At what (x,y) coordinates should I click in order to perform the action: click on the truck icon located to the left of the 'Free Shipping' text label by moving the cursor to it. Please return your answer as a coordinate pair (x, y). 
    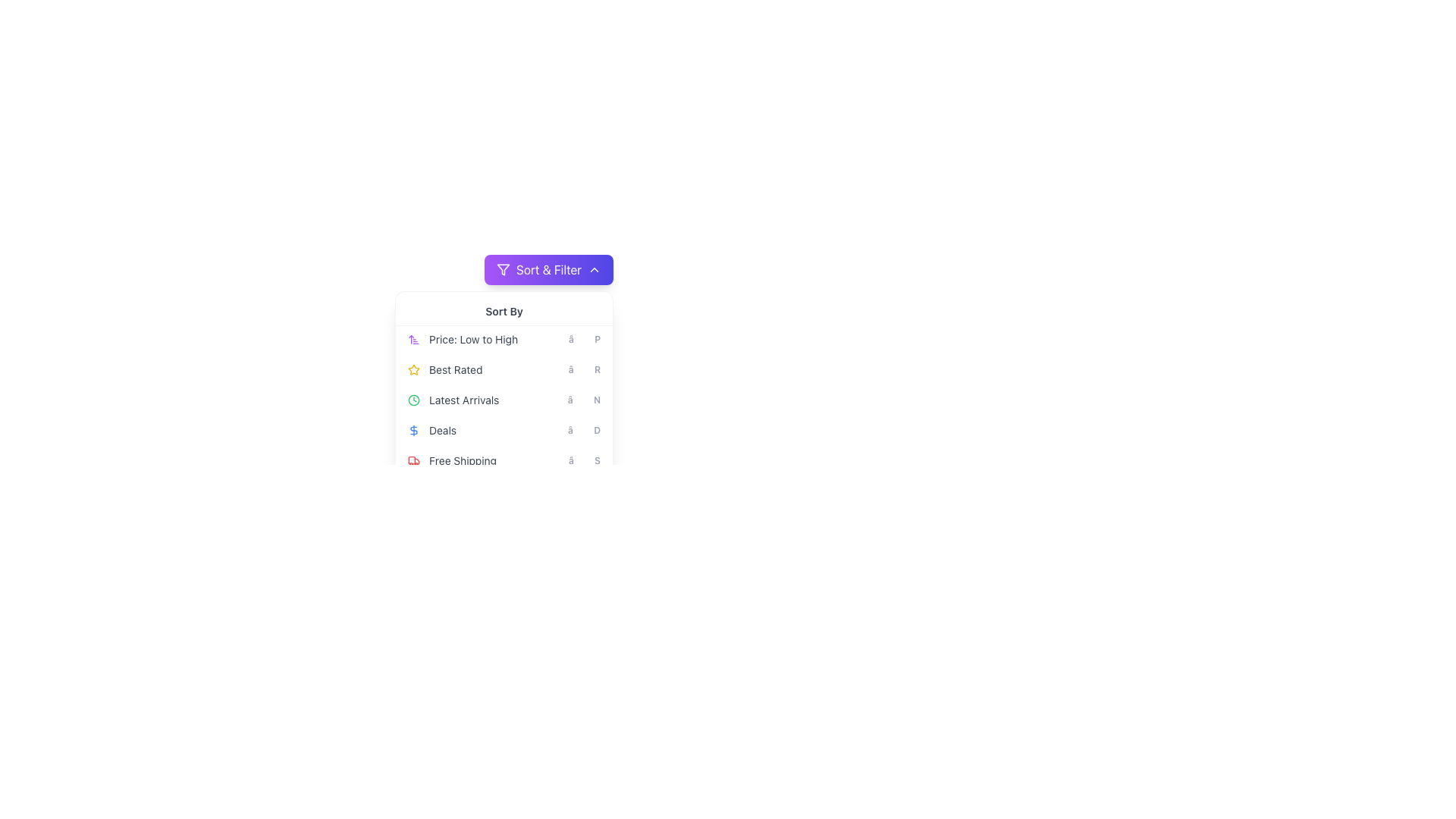
    Looking at the image, I should click on (414, 460).